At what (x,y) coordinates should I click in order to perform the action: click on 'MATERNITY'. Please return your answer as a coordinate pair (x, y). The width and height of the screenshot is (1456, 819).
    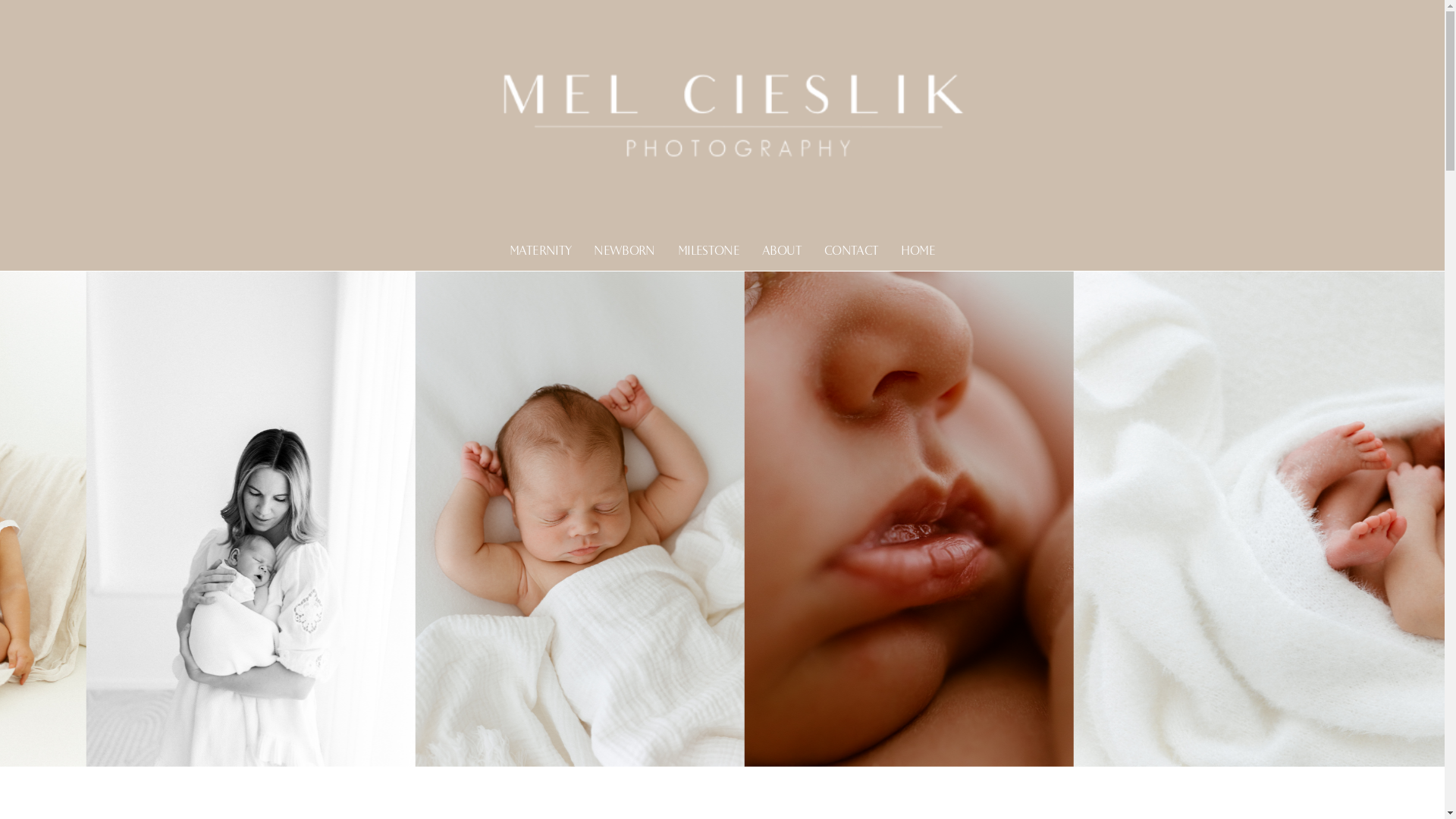
    Looking at the image, I should click on (540, 250).